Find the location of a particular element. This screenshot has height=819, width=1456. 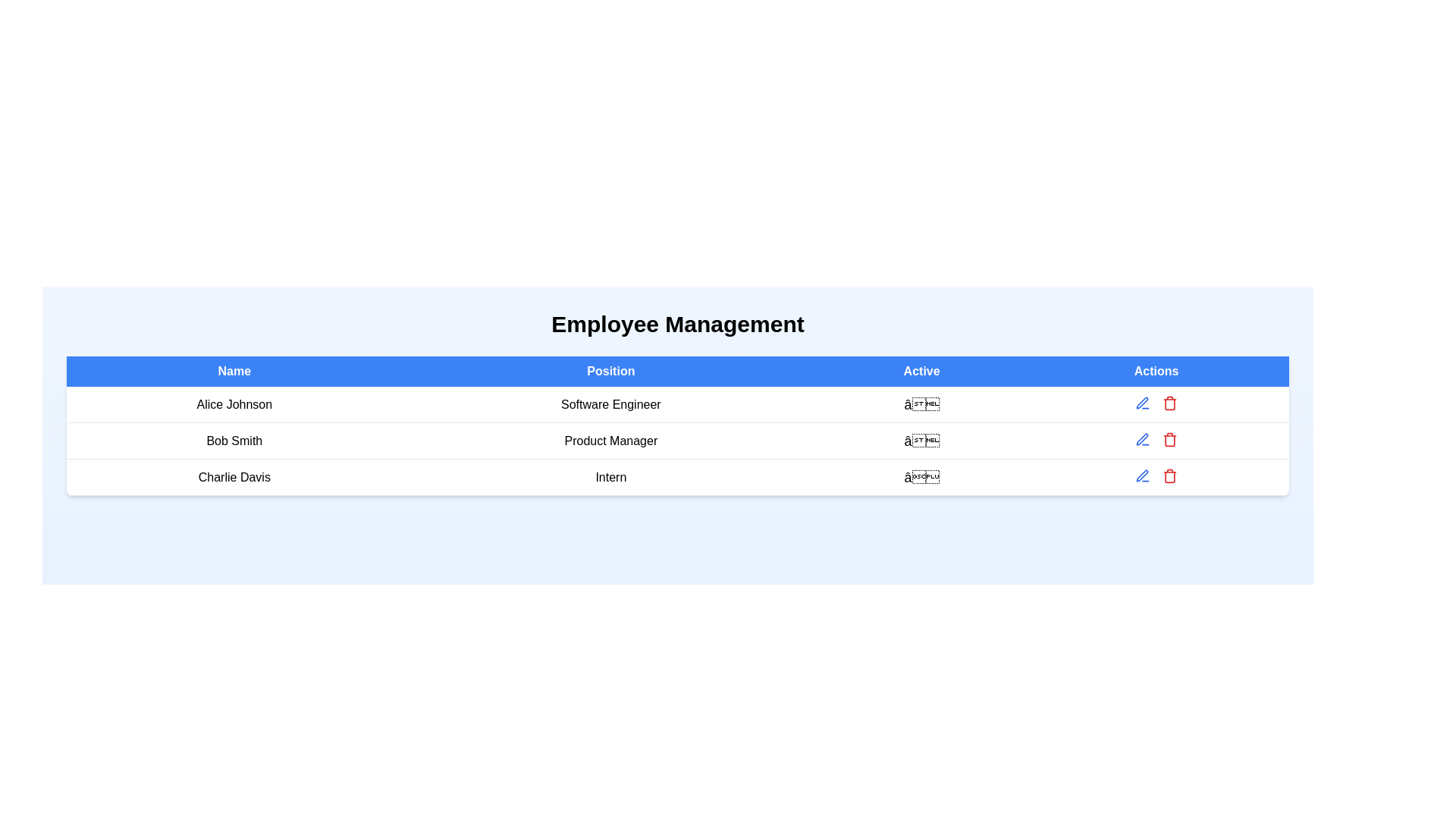

'Edit' button for the employee identified by Charlie Davis is located at coordinates (1143, 475).